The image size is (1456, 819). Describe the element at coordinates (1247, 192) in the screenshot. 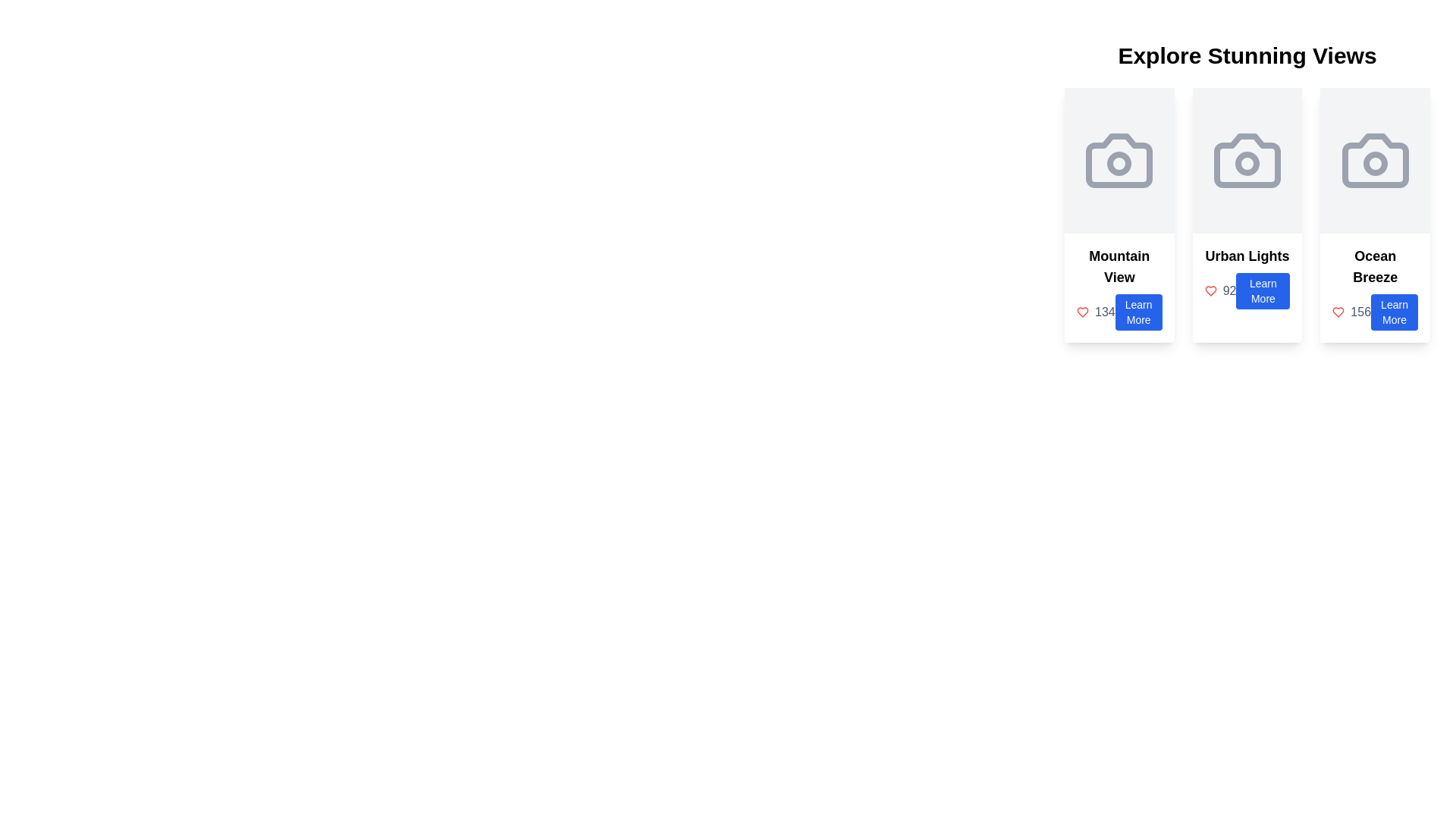

I see `the 'Urban Lights' card which is the second item in a horizontally aligned set of three cards to possibly reveal more details` at that location.